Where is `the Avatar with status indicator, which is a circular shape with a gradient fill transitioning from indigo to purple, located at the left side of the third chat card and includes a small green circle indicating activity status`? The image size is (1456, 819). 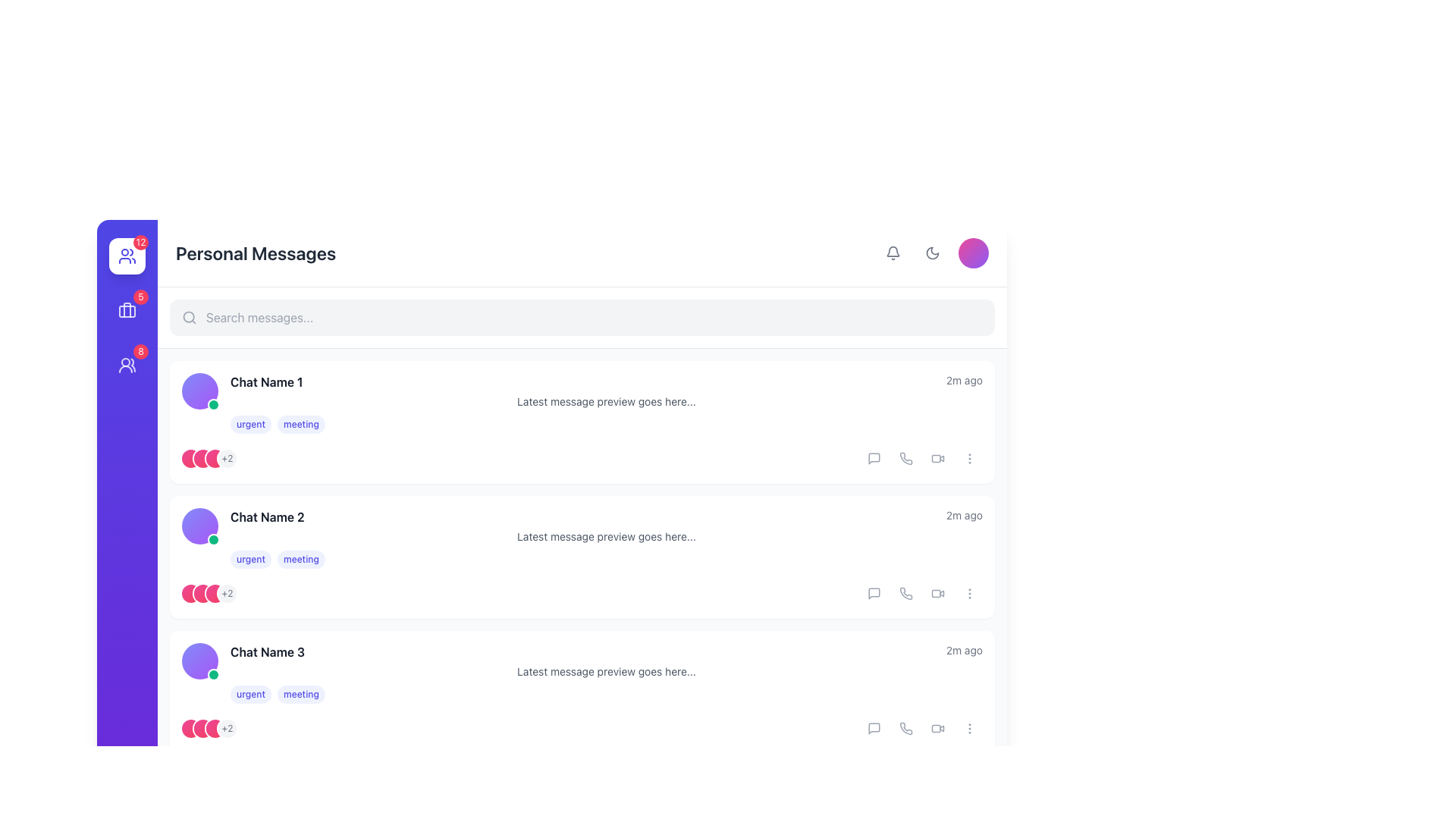
the Avatar with status indicator, which is a circular shape with a gradient fill transitioning from indigo to purple, located at the left side of the third chat card and includes a small green circle indicating activity status is located at coordinates (199, 660).